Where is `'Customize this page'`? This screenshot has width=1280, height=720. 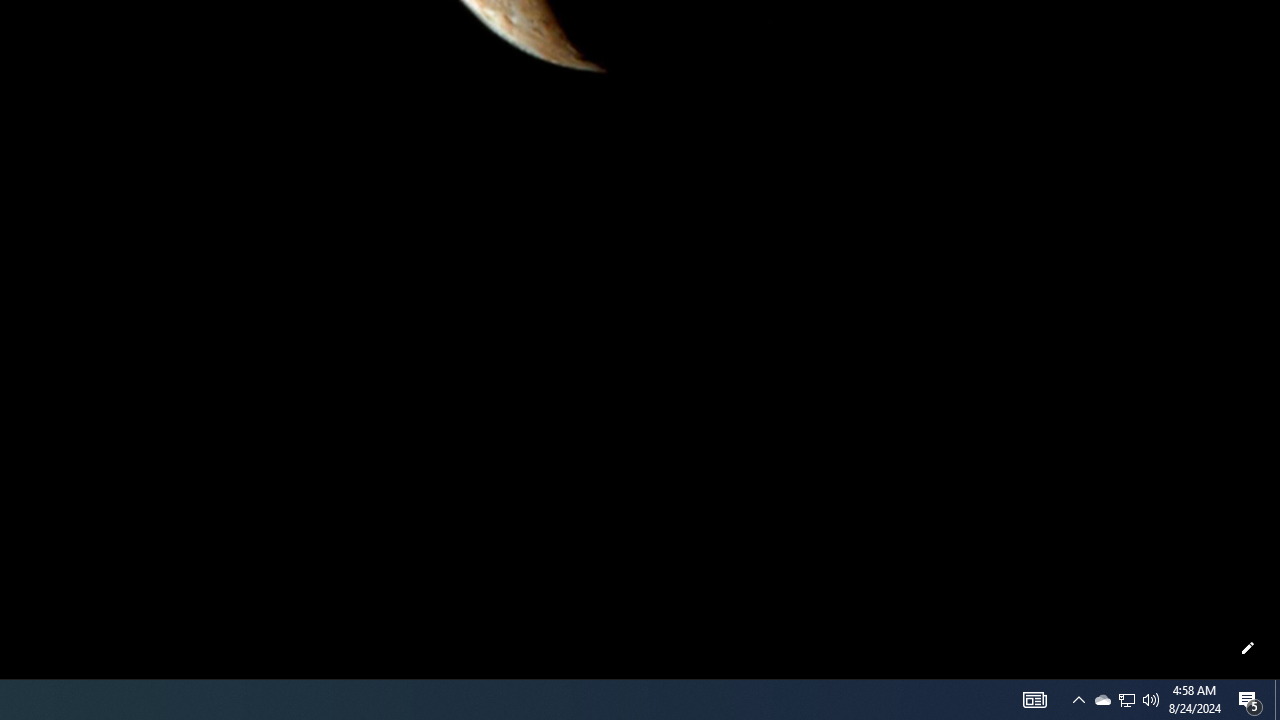
'Customize this page' is located at coordinates (1247, 648).